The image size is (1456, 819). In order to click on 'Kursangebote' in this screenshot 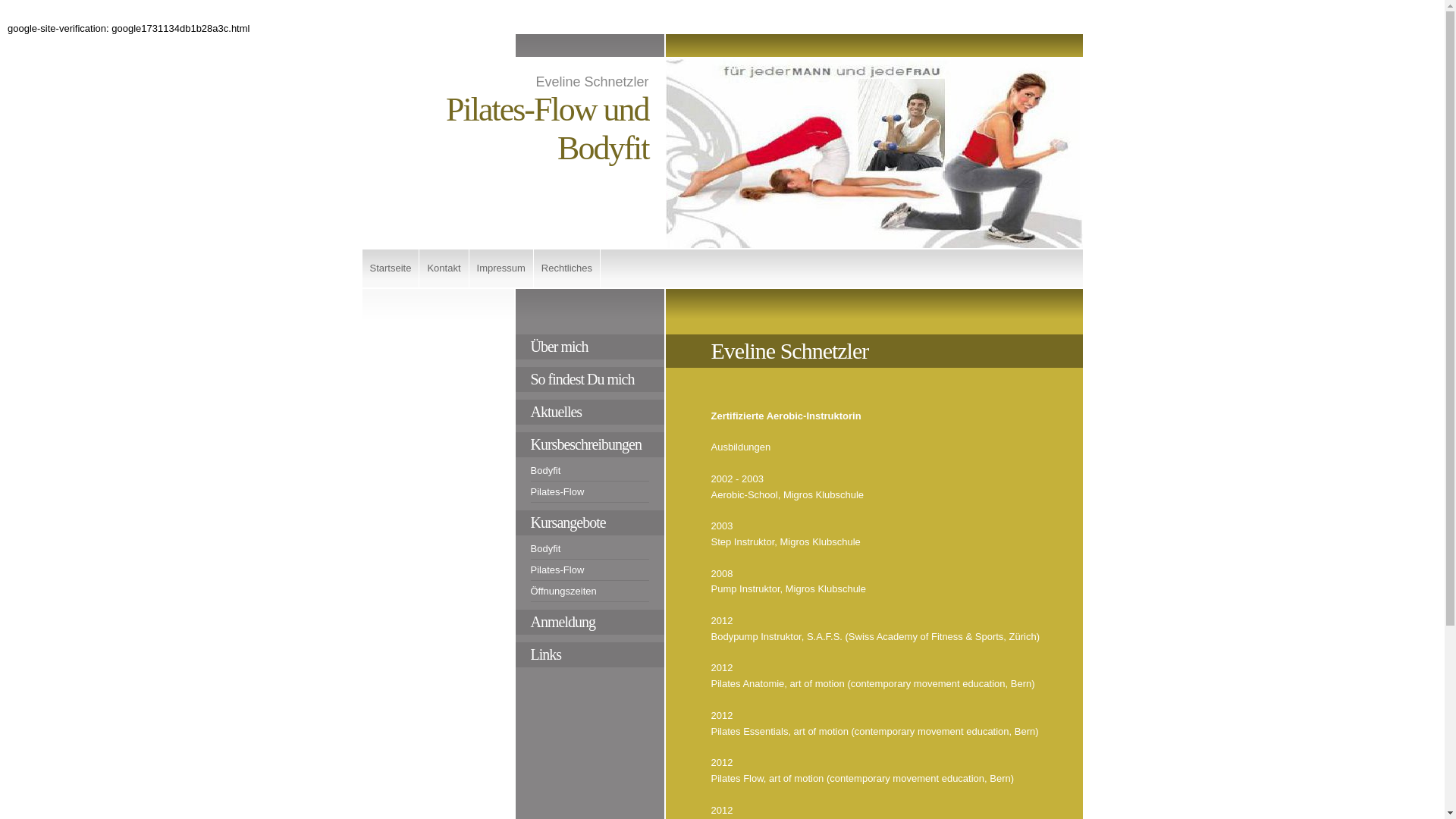, I will do `click(588, 522)`.